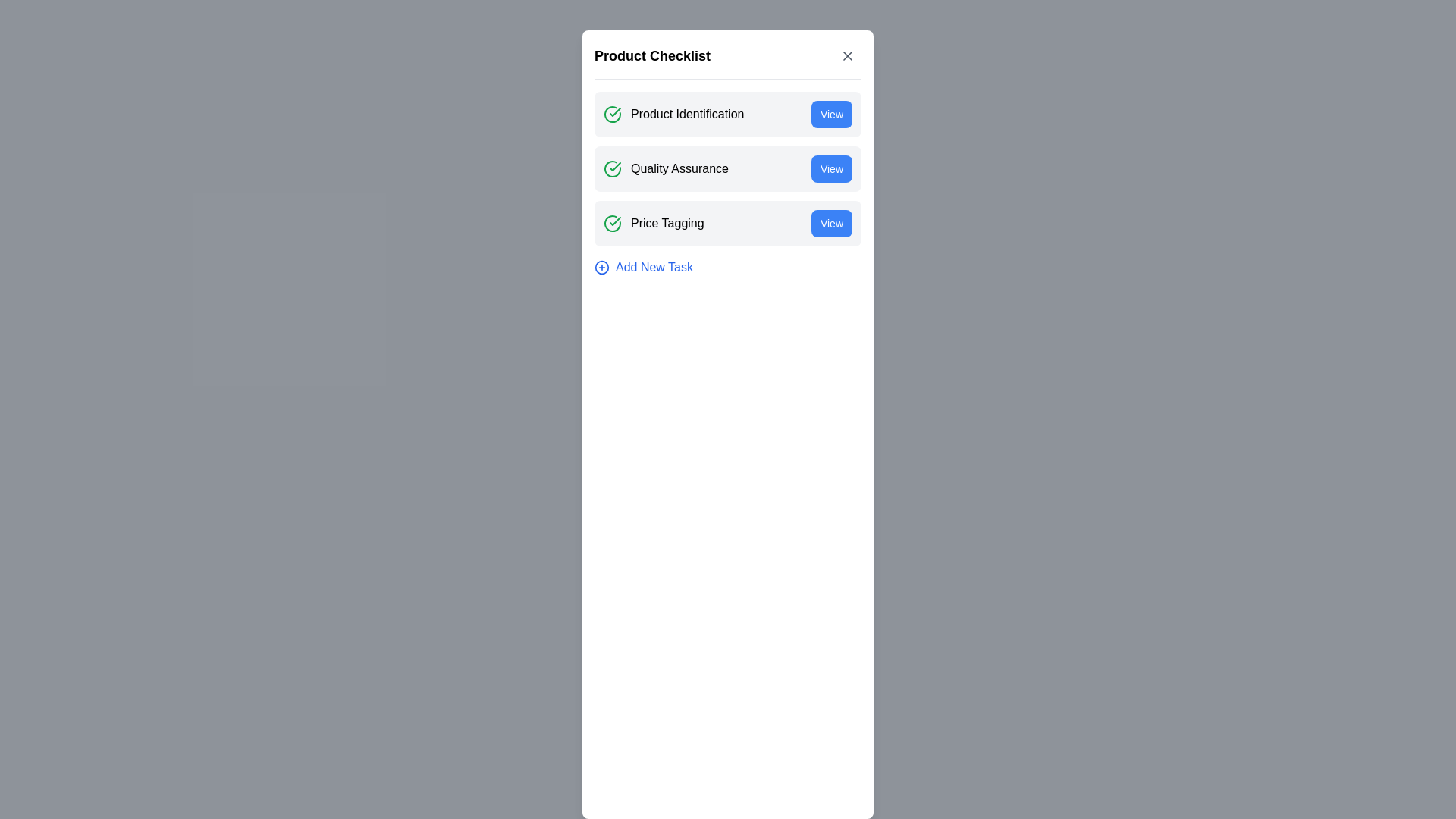  Describe the element at coordinates (830, 169) in the screenshot. I see `the 'View' button with a blue background located in the second row of the 'Product Checklist' card, adjacent to 'Quality Assurance', to initiate the action` at that location.